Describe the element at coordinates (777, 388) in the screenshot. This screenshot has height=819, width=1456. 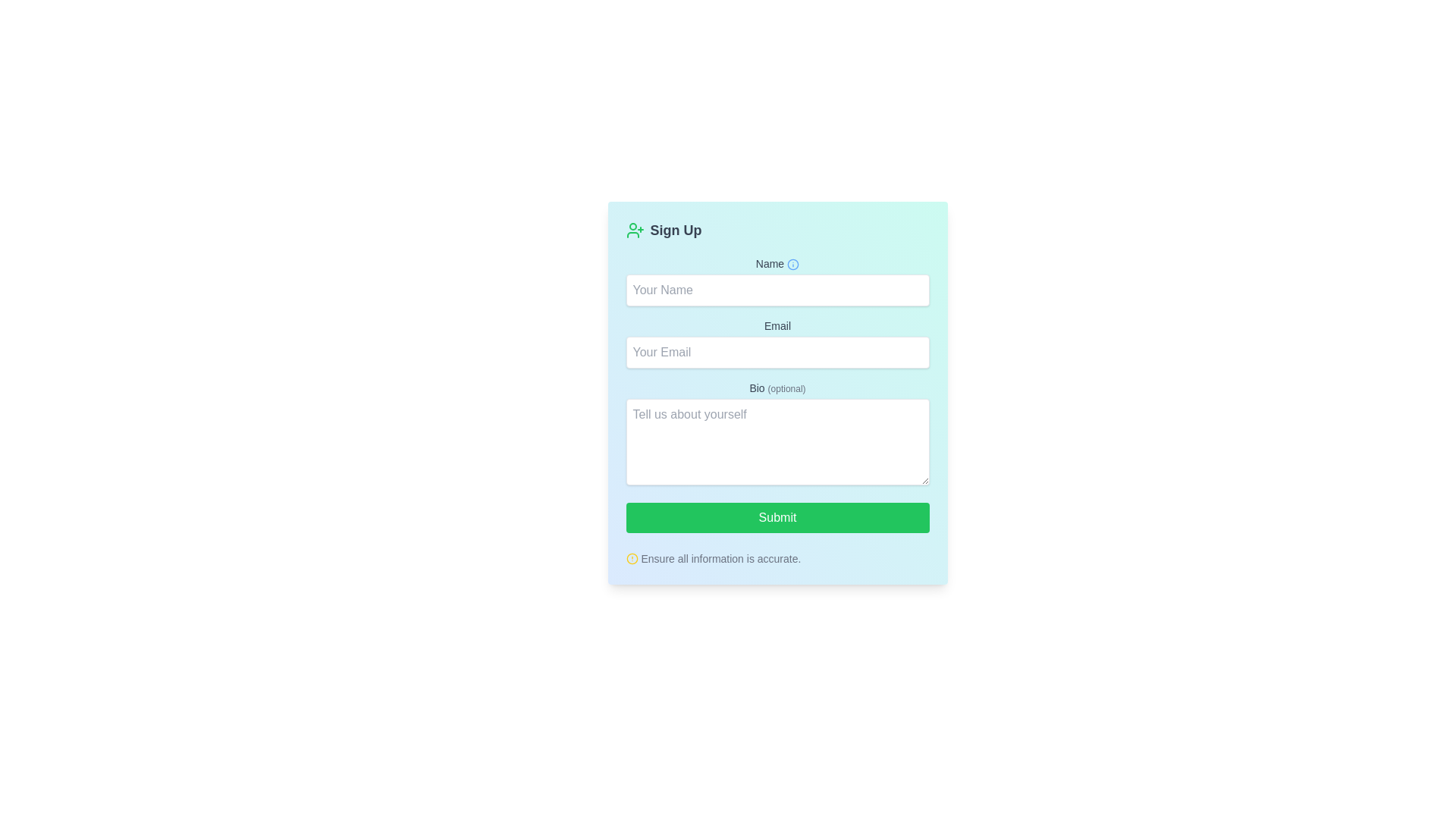
I see `the label displaying 'Bio (optional)'` at that location.